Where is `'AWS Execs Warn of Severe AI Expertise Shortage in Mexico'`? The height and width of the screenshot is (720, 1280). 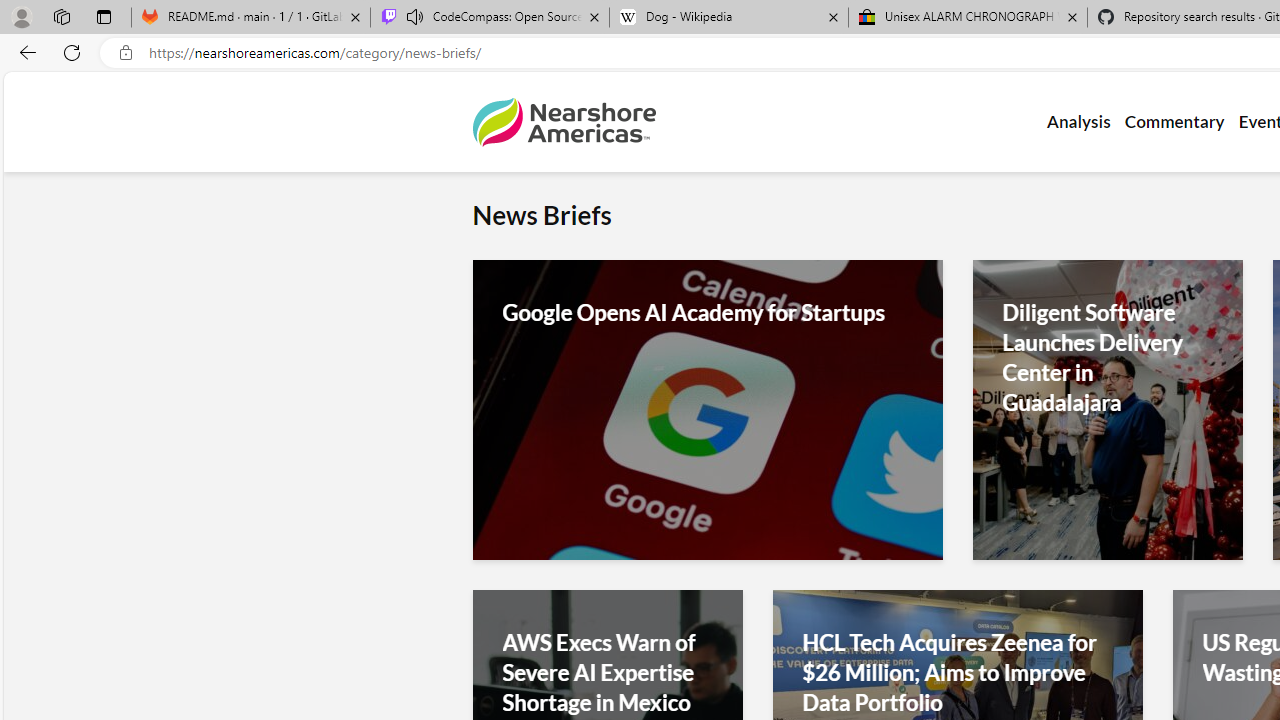 'AWS Execs Warn of Severe AI Expertise Shortage in Mexico' is located at coordinates (606, 672).